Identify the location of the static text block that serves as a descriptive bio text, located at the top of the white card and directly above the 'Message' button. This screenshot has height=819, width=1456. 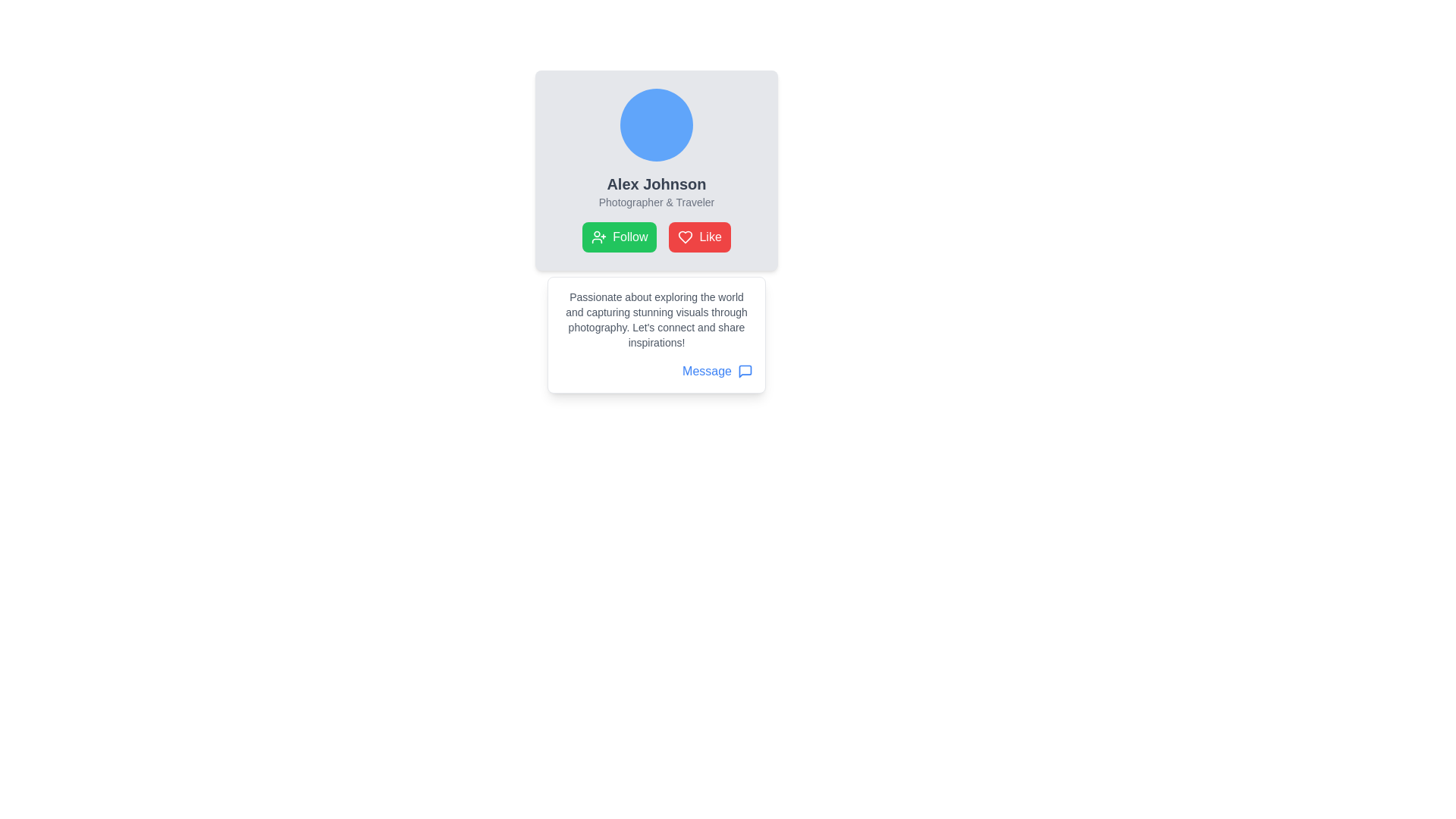
(656, 318).